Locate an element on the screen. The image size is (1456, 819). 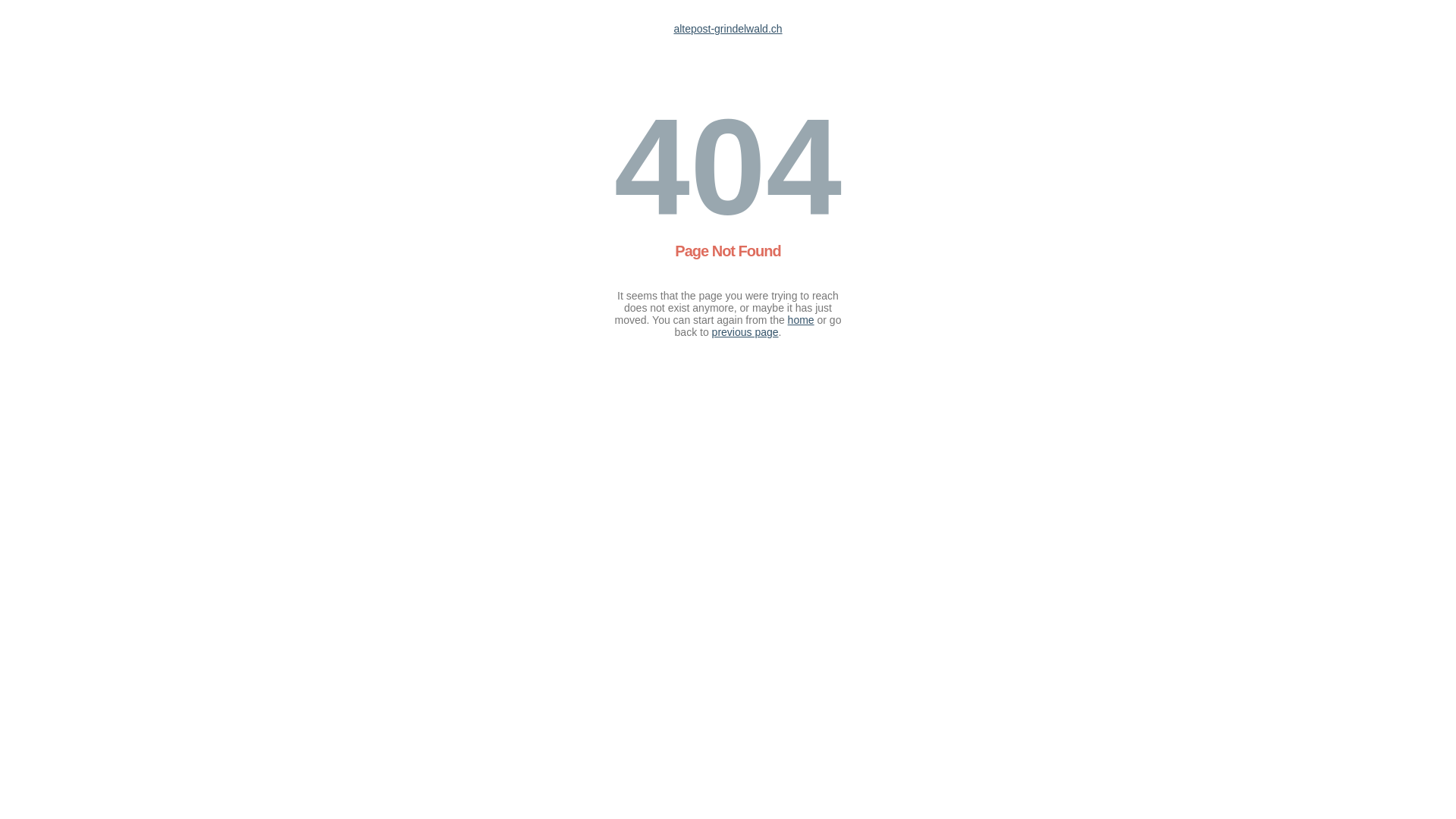
'altepost-grindelwald.ch' is located at coordinates (726, 29).